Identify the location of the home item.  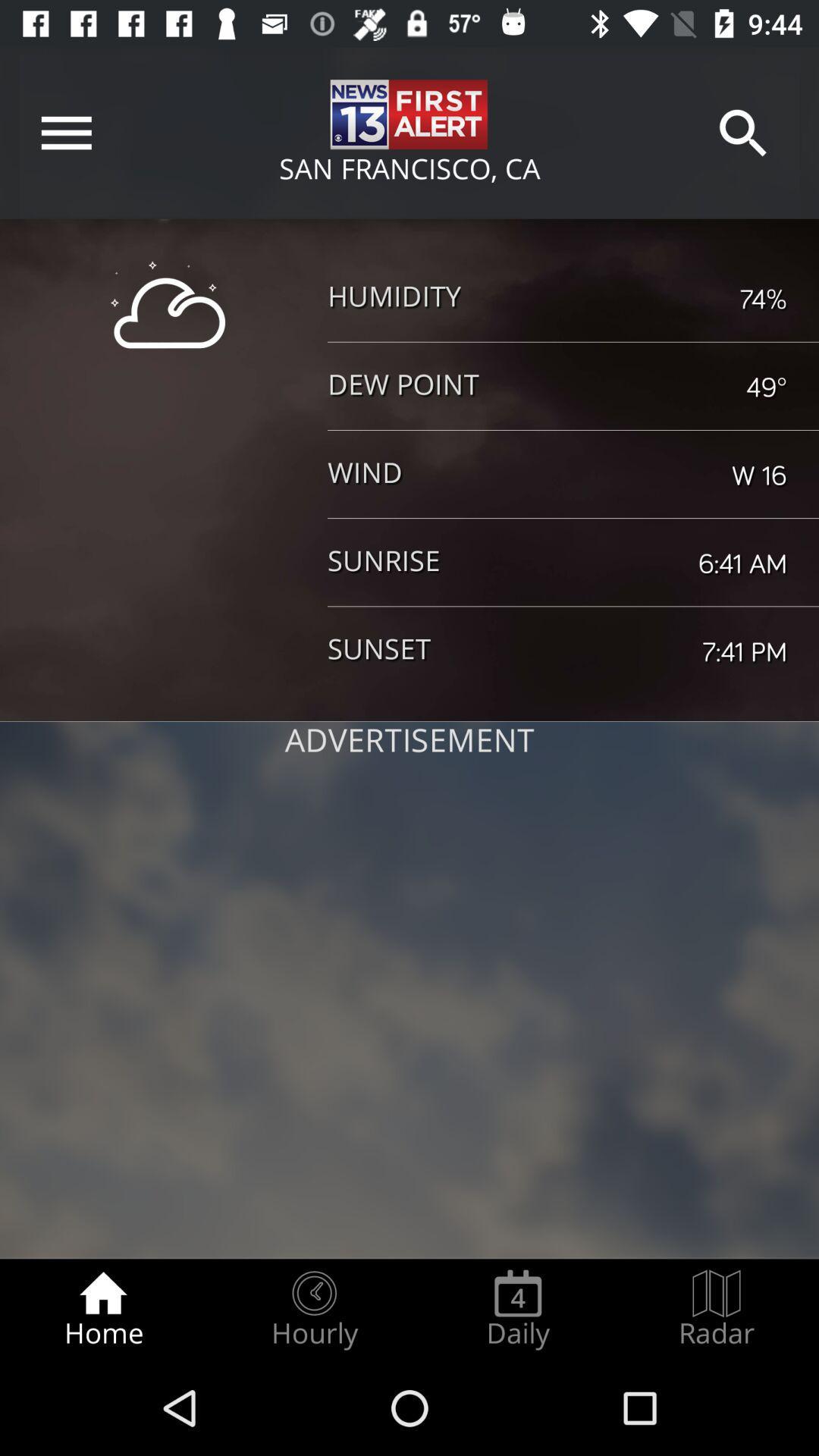
(102, 1309).